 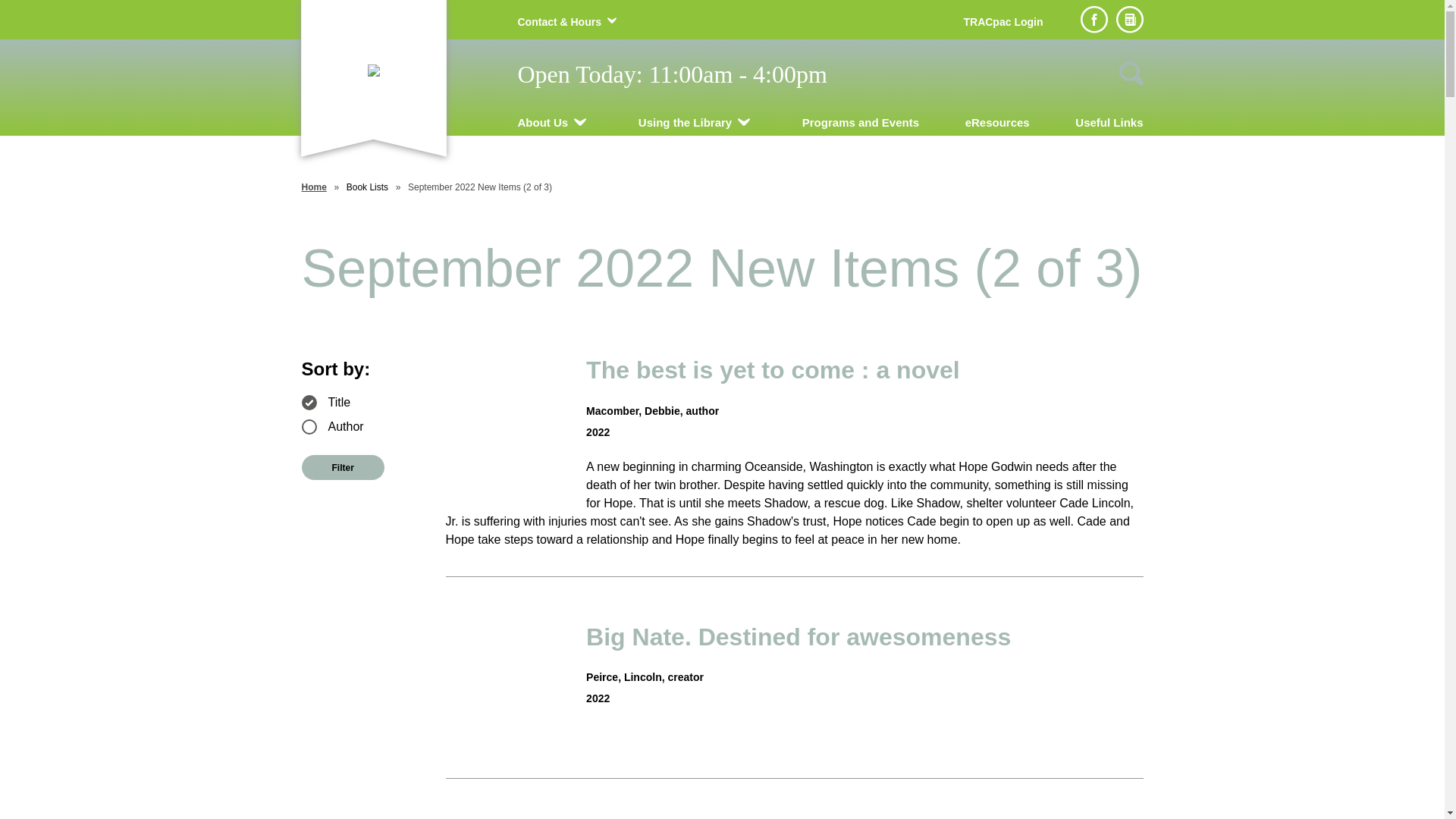 I want to click on 'Programs and Events', so click(x=801, y=121).